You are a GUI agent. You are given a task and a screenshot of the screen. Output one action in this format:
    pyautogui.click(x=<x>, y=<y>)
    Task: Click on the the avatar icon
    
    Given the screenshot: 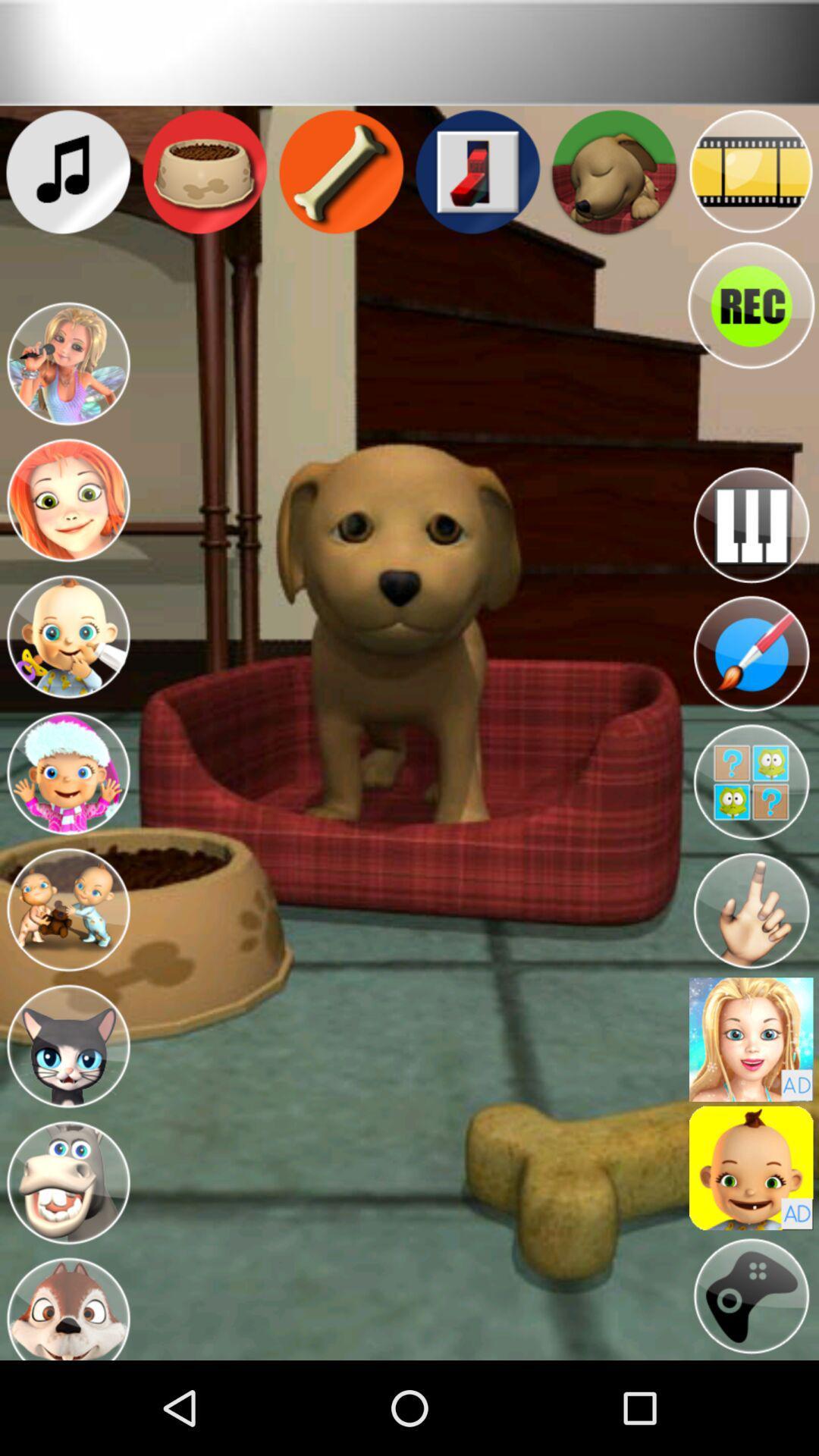 What is the action you would take?
    pyautogui.click(x=67, y=974)
    